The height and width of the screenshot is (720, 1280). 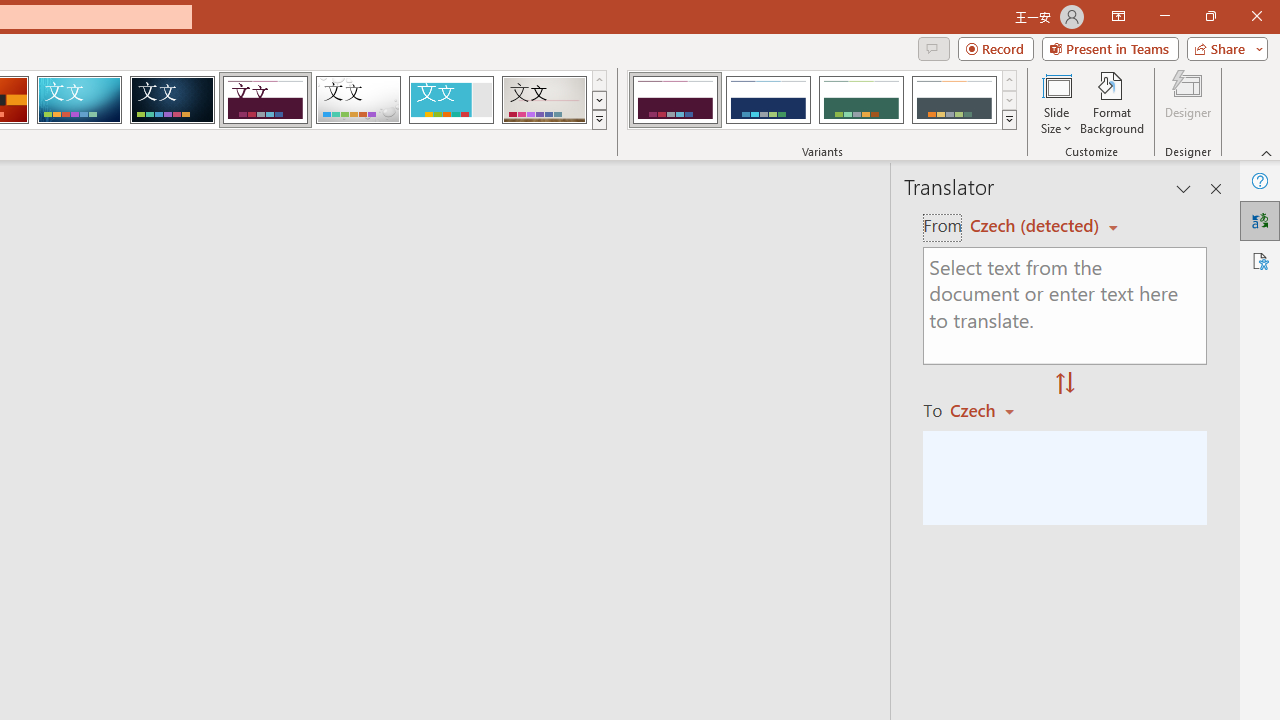 I want to click on 'Circuit', so click(x=79, y=100).